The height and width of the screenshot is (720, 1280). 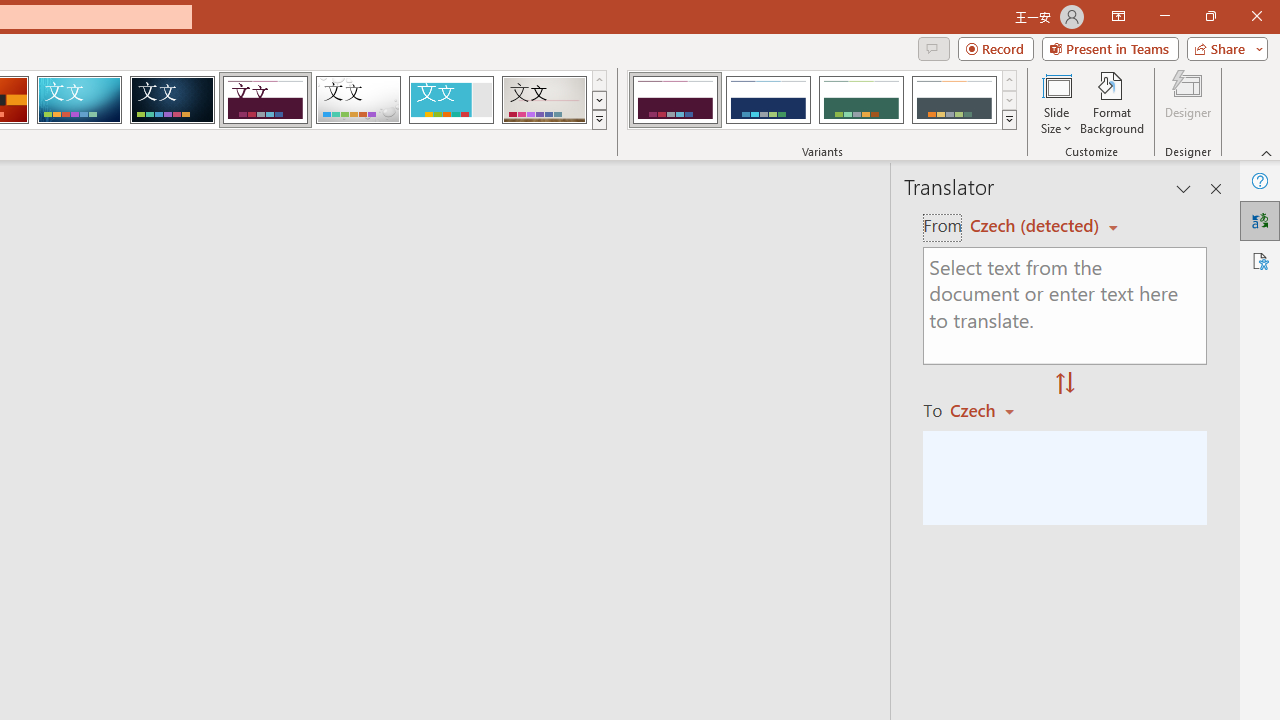 I want to click on 'Circuit', so click(x=79, y=100).